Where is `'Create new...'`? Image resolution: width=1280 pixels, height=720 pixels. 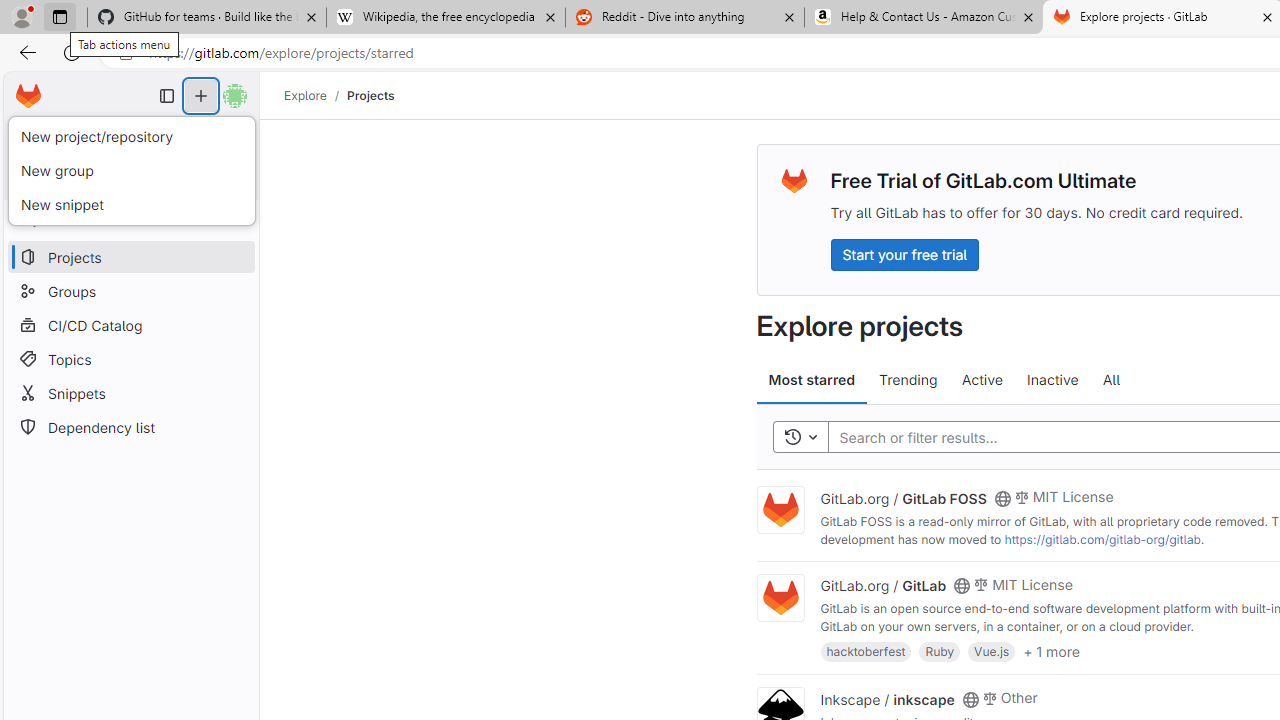
'Create new...' is located at coordinates (201, 96).